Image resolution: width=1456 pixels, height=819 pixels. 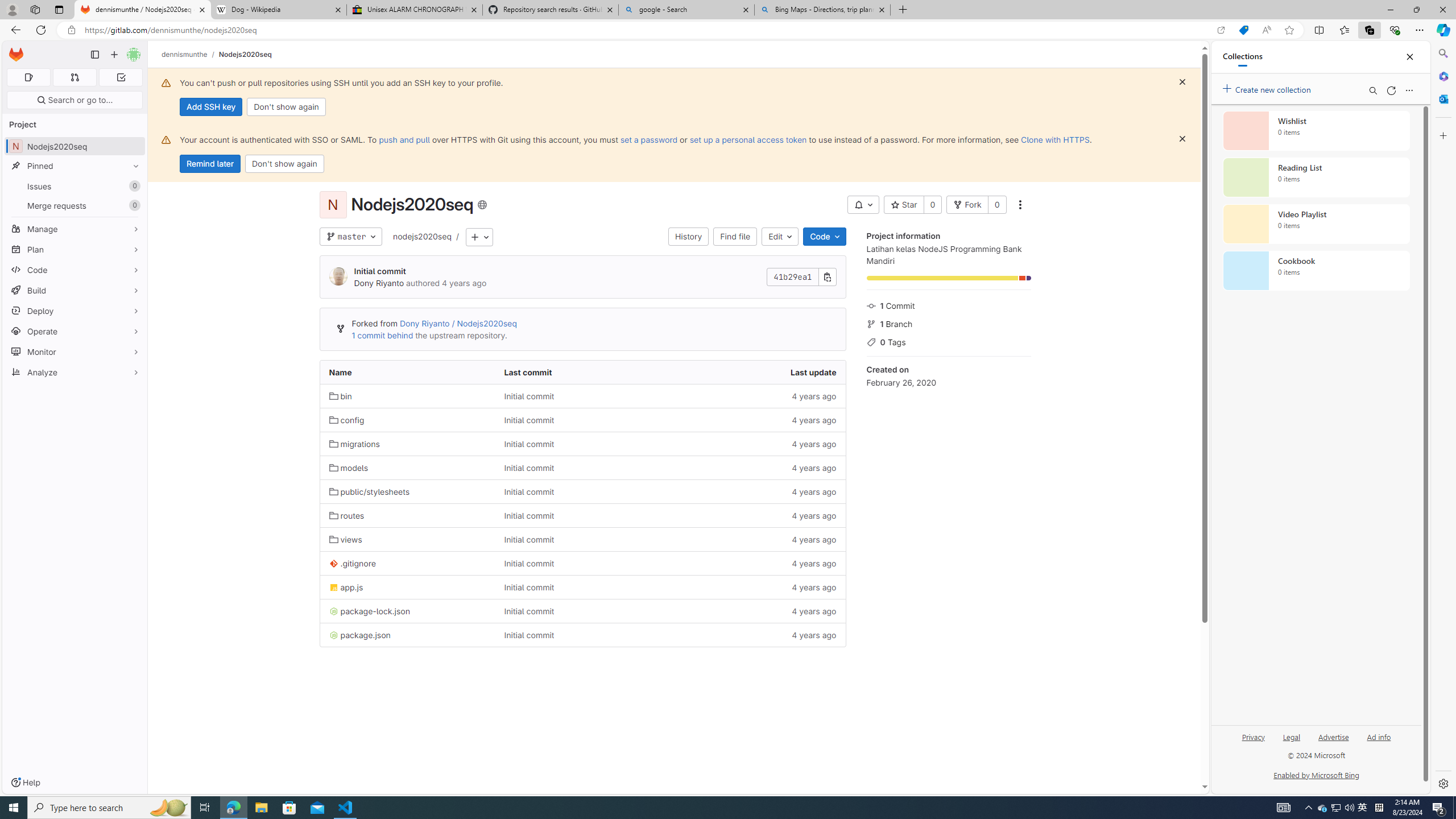 I want to click on 'Privacy', so click(x=1254, y=736).